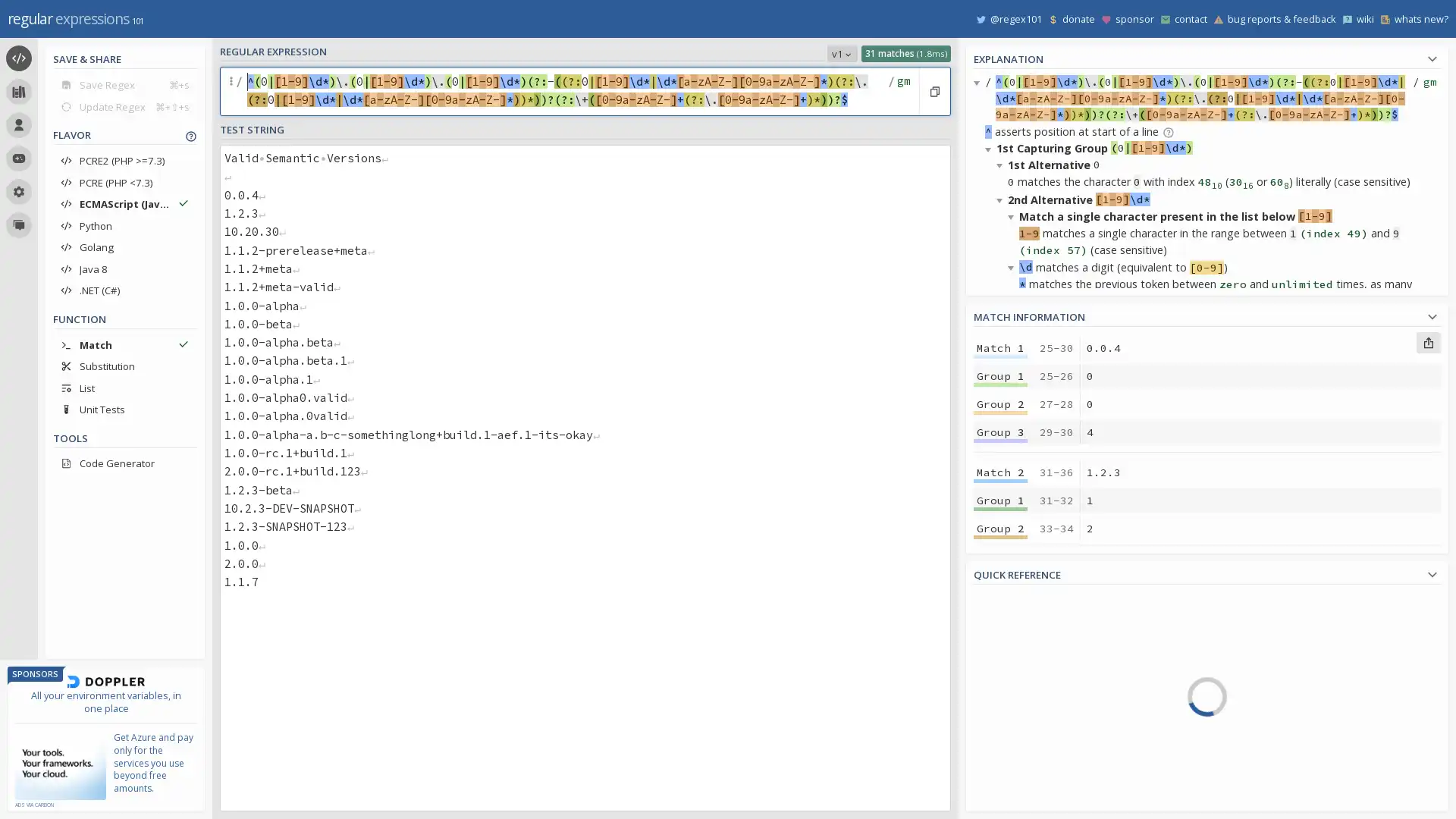  Describe the element at coordinates (1013, 403) in the screenshot. I see `Collapse Subtree` at that location.